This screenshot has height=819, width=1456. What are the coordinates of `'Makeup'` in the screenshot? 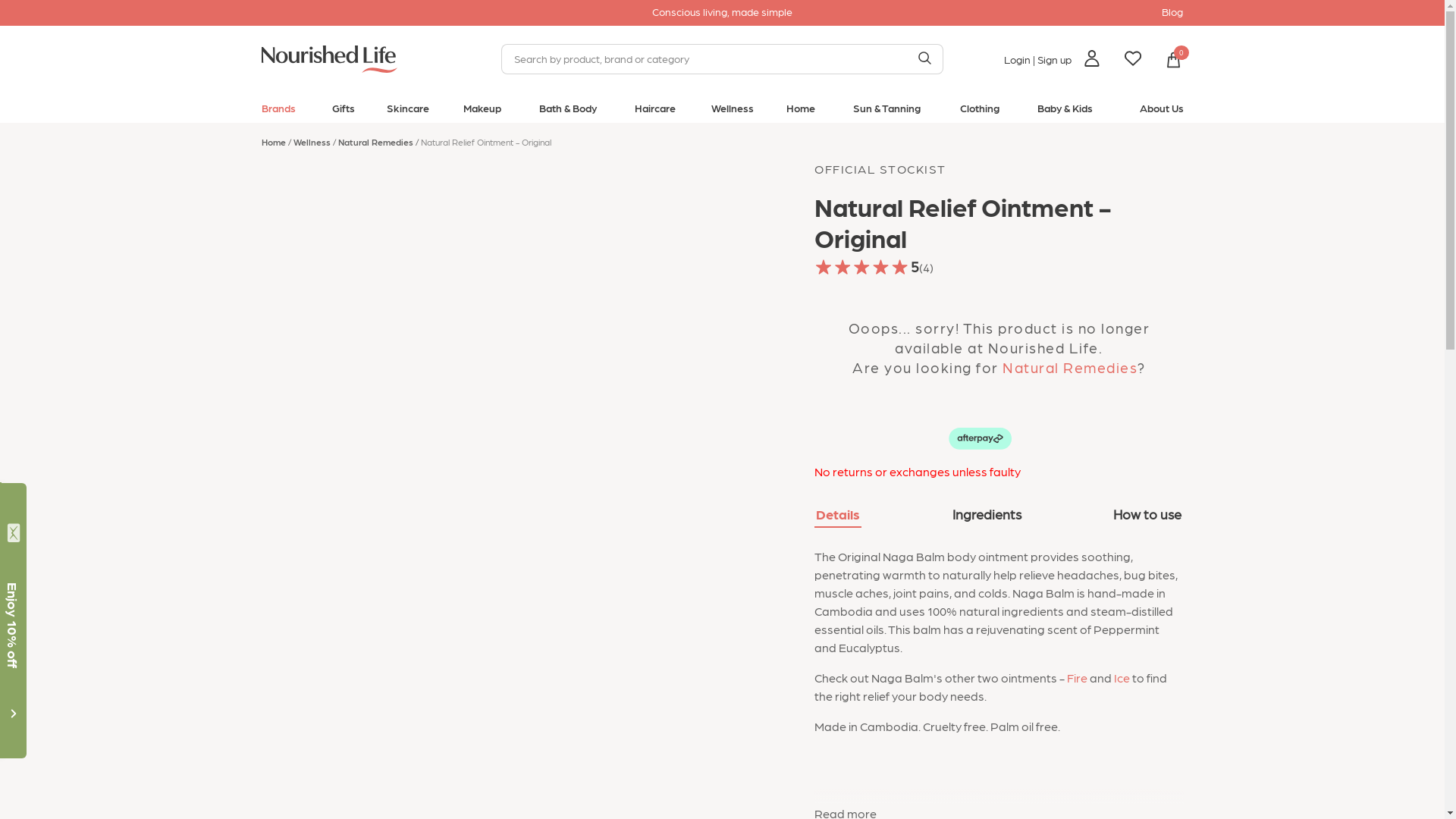 It's located at (482, 110).